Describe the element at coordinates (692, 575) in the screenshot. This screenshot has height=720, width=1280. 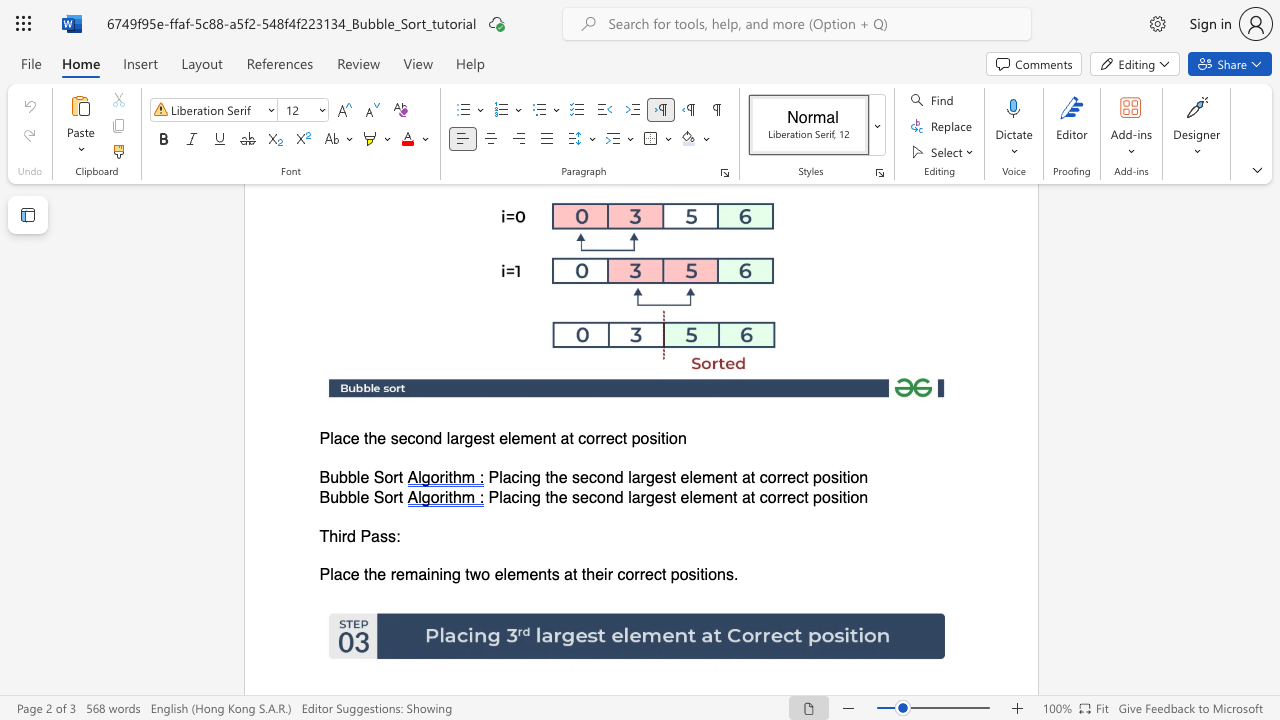
I see `the 2th character "s" in the text` at that location.